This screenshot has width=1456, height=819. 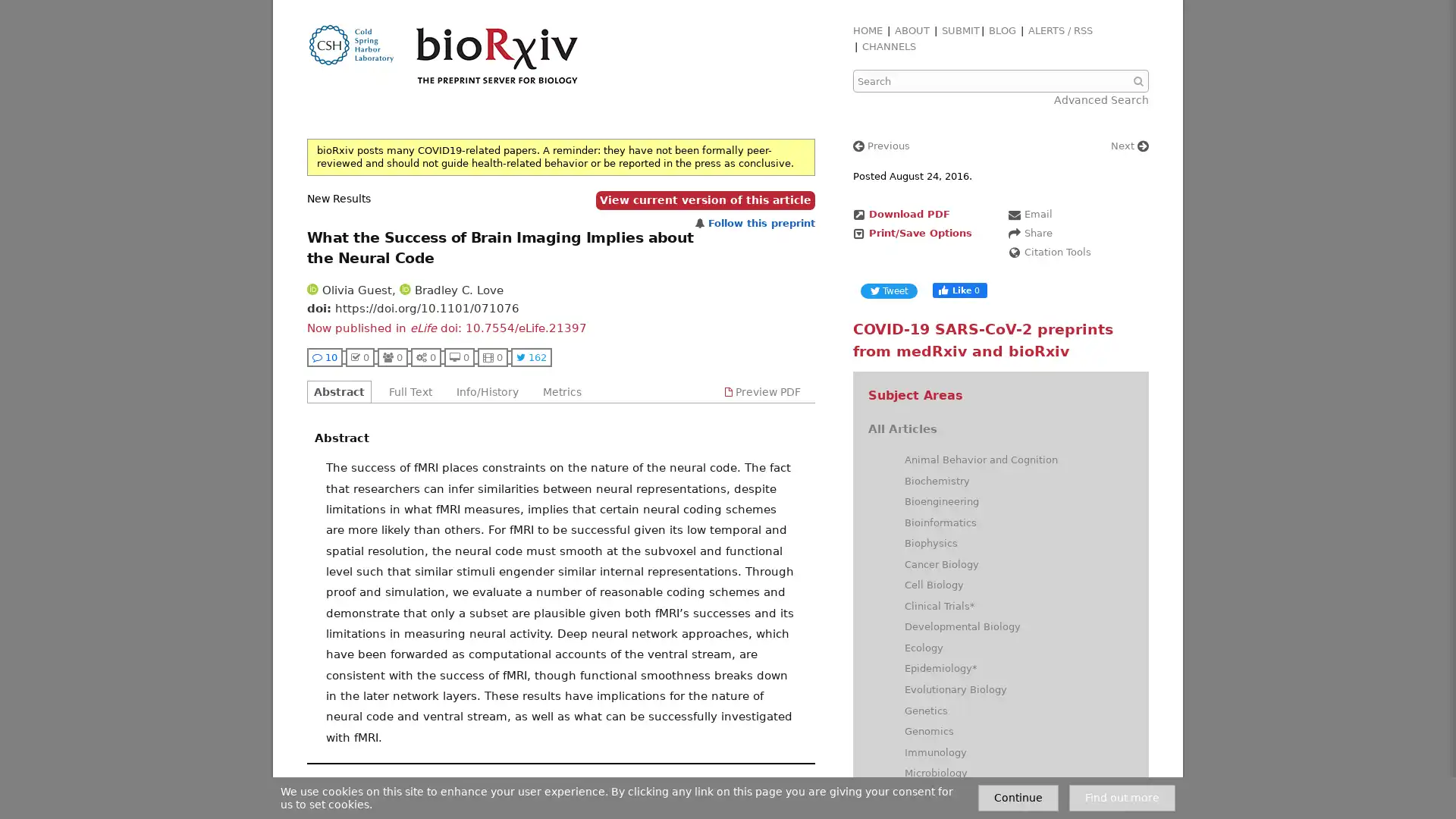 I want to click on Search, so click(x=1140, y=81).